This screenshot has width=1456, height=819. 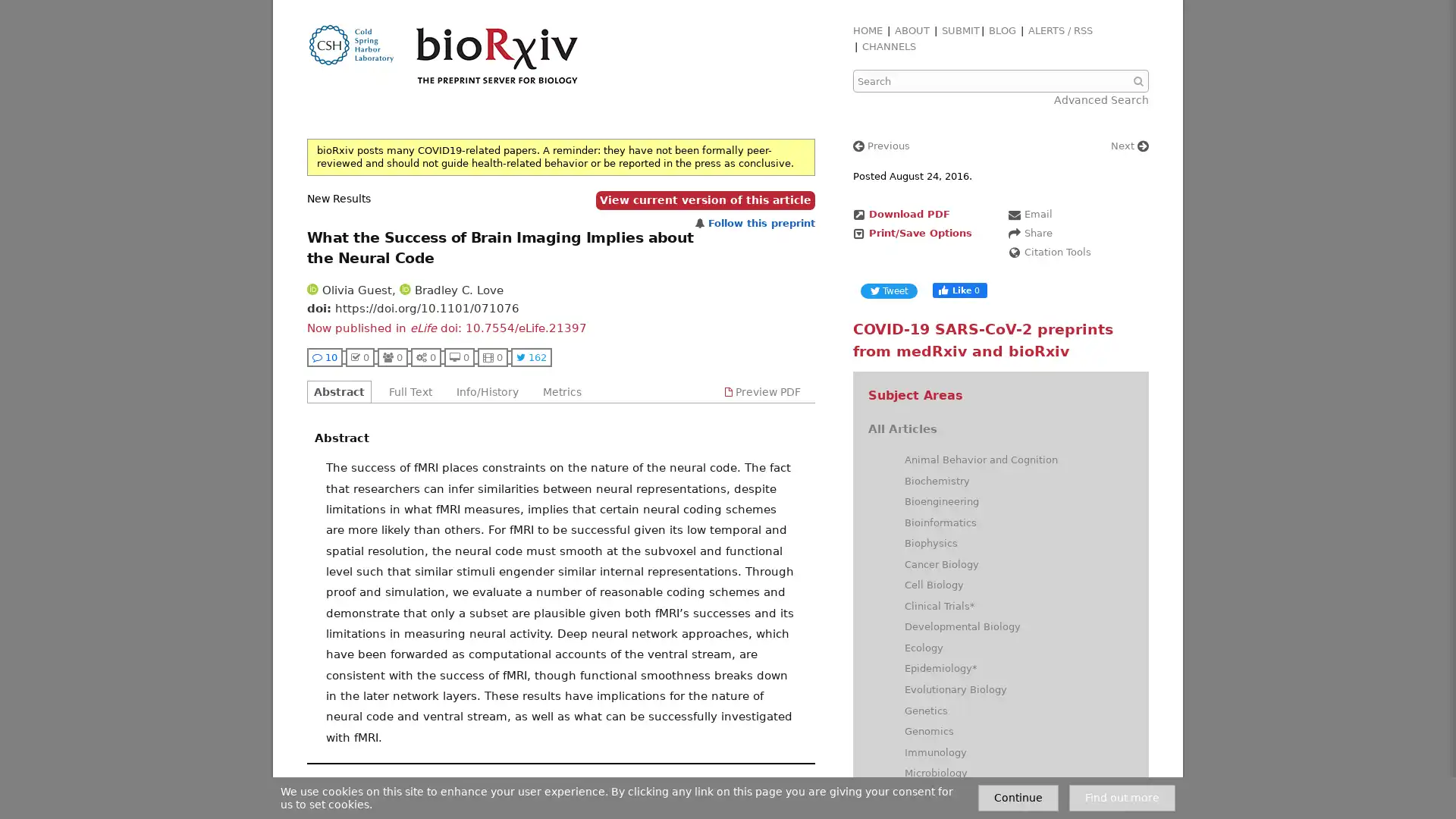 I want to click on Search, so click(x=1140, y=81).